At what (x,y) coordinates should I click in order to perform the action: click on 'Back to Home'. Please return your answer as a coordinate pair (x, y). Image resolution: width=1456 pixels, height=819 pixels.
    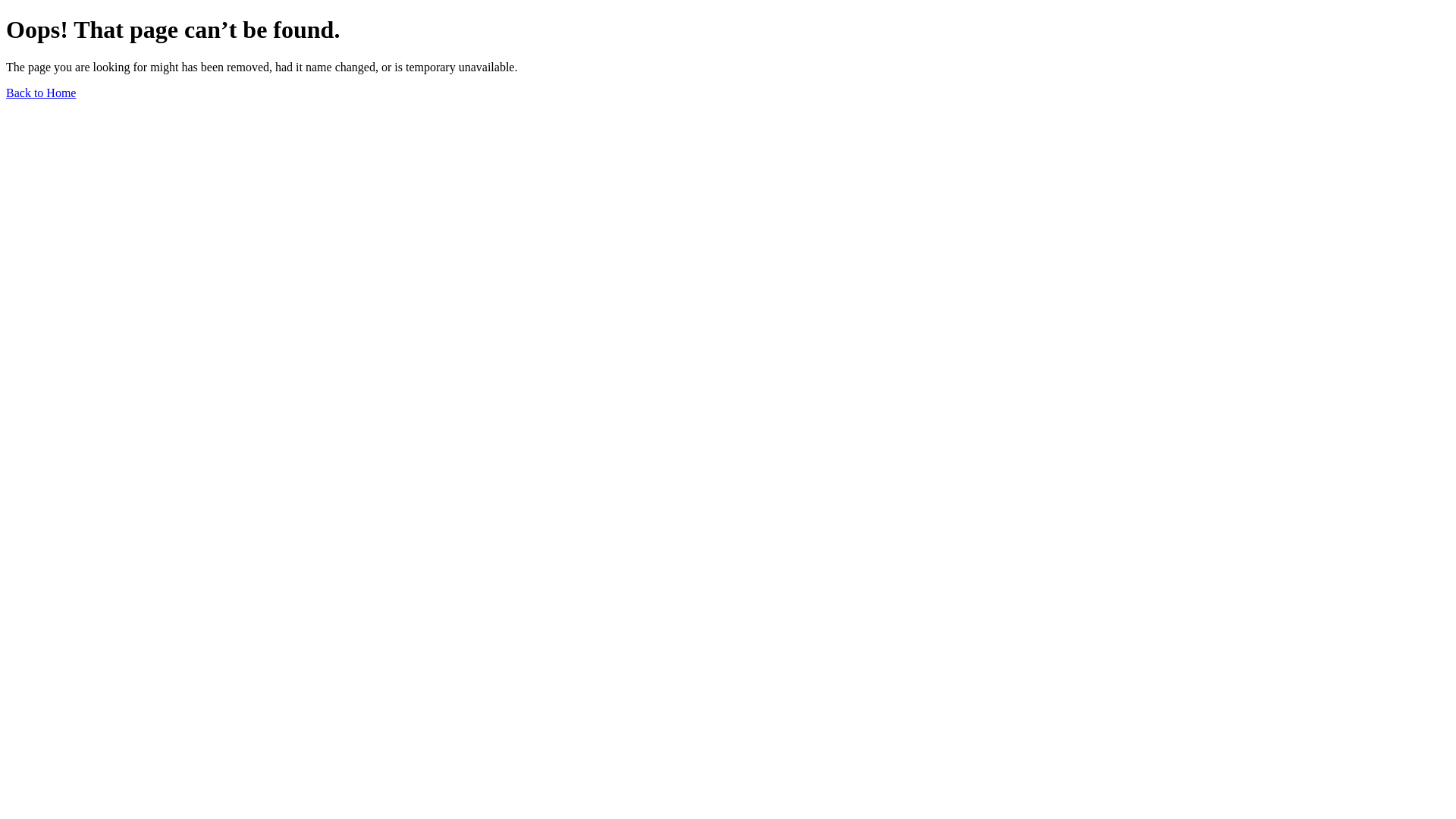
    Looking at the image, I should click on (40, 93).